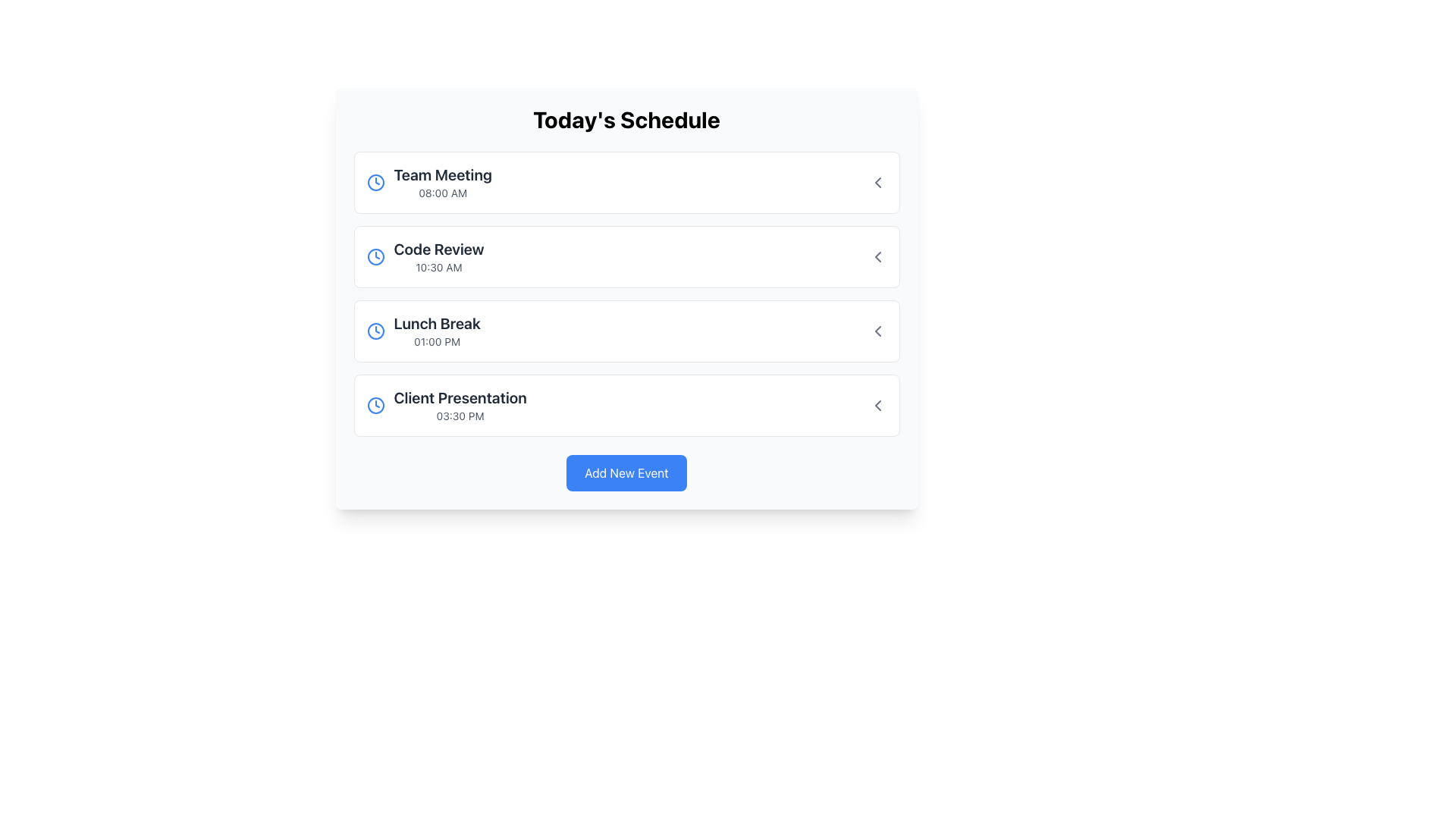 Image resolution: width=1456 pixels, height=819 pixels. I want to click on the fourth row in the schedule displaying a blue clock icon, bold title 'Client Presentation', and time '03:30 PM', so click(446, 405).